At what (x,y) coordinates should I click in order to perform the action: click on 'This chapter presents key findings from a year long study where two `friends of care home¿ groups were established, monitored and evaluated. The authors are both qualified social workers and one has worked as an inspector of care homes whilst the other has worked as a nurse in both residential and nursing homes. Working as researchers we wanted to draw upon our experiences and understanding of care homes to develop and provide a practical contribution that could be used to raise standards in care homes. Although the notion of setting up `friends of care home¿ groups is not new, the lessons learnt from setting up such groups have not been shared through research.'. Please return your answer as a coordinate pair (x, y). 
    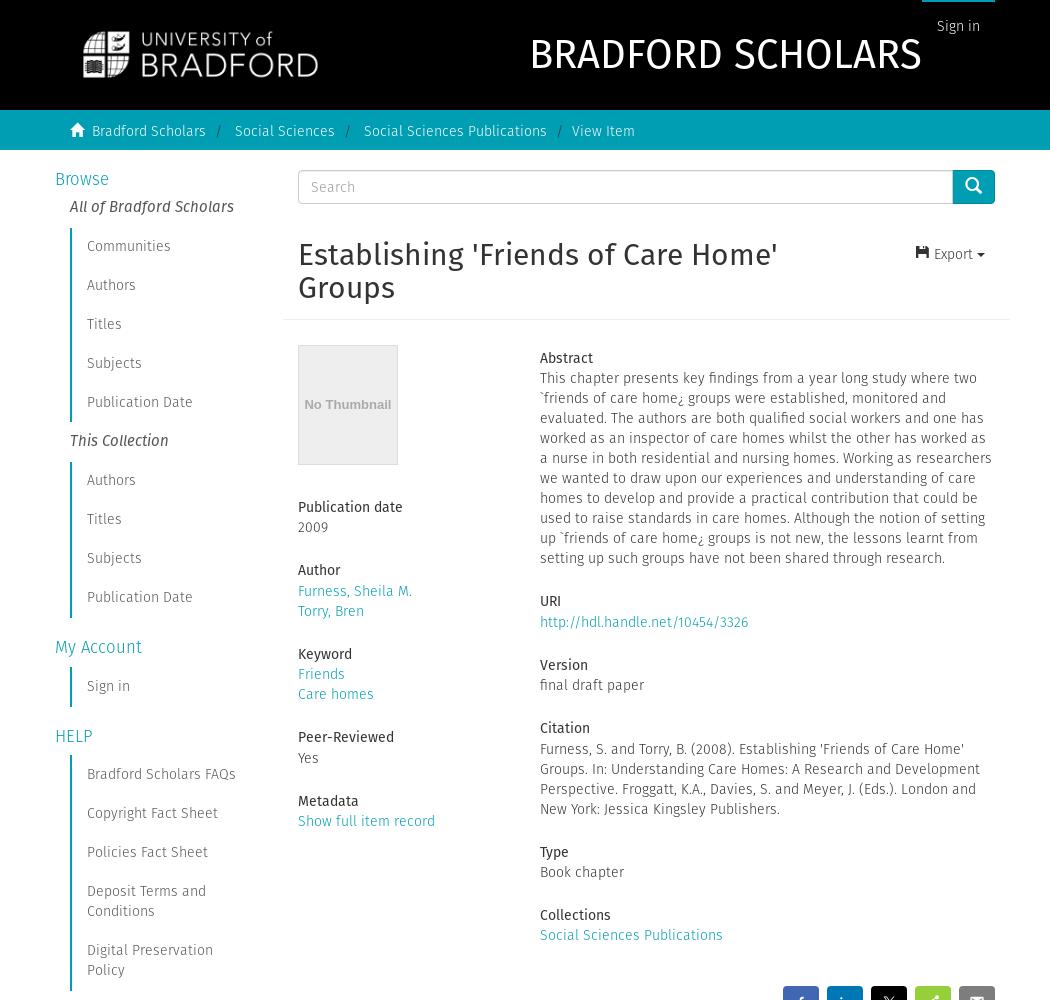
    Looking at the image, I should click on (765, 467).